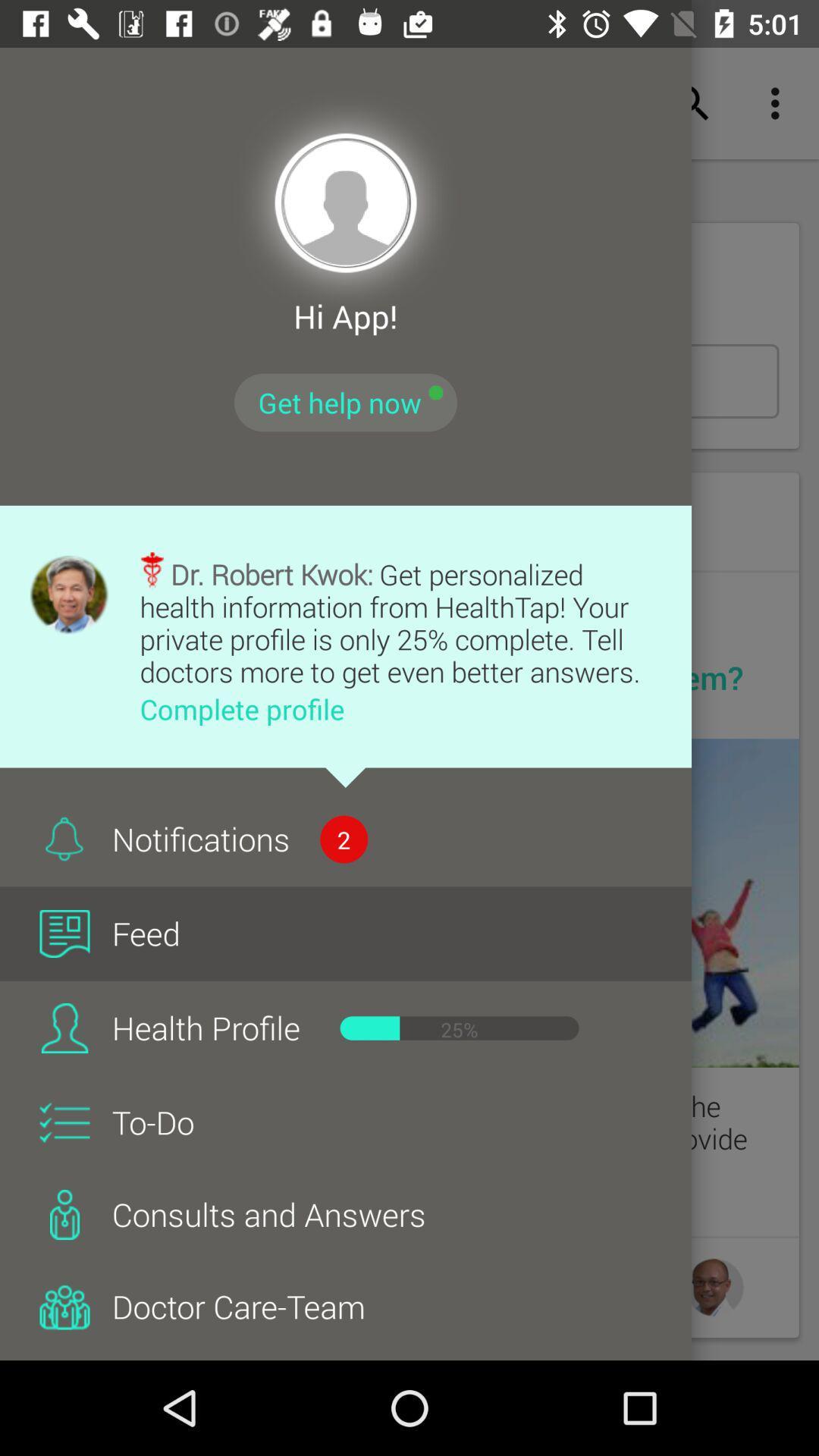 The image size is (819, 1456). What do you see at coordinates (64, 1028) in the screenshot?
I see `the feeds option select below health profile icon` at bounding box center [64, 1028].